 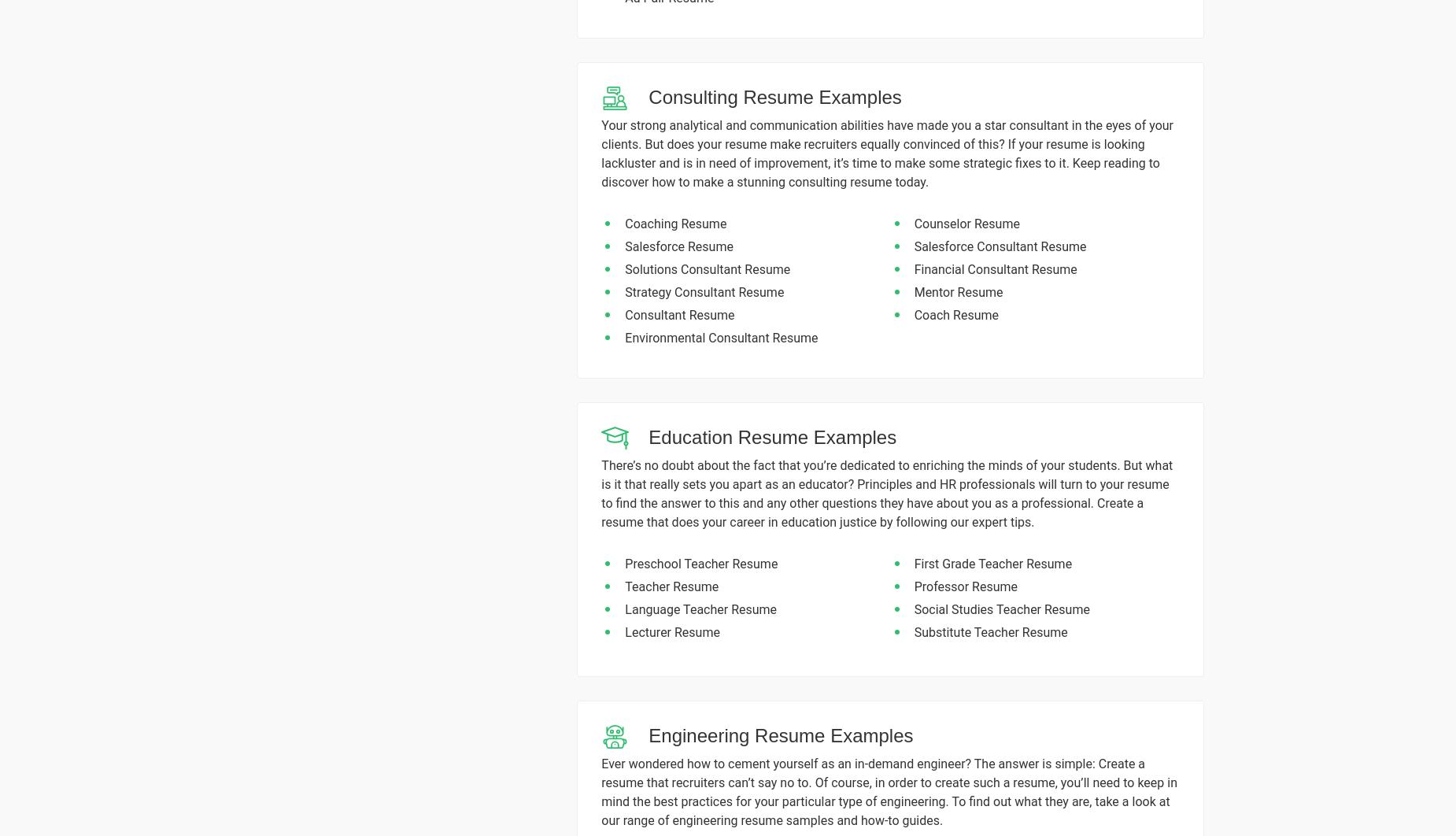 I want to click on 'Counselor Resume', so click(x=966, y=223).